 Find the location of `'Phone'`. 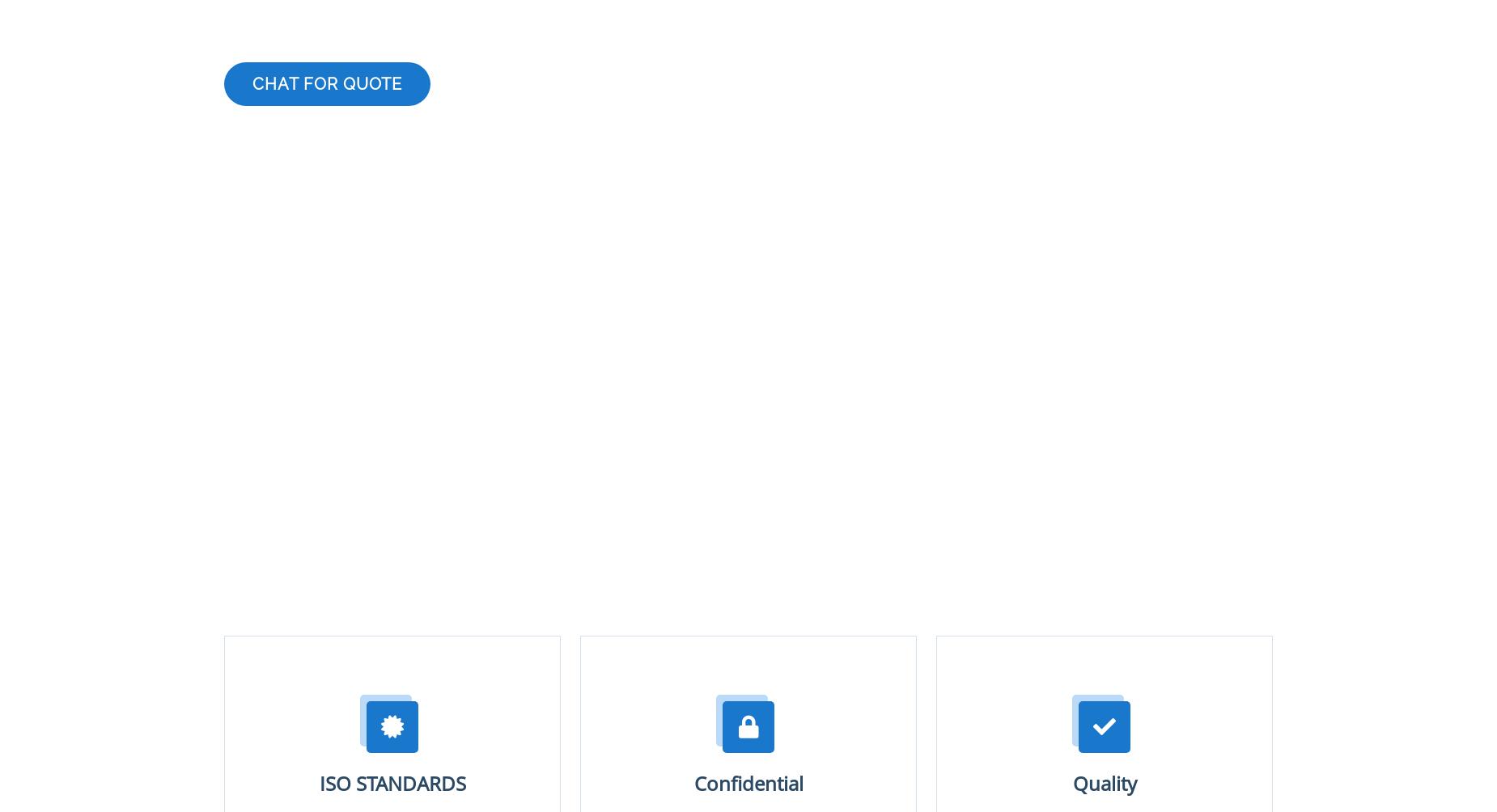

'Phone' is located at coordinates (688, 531).